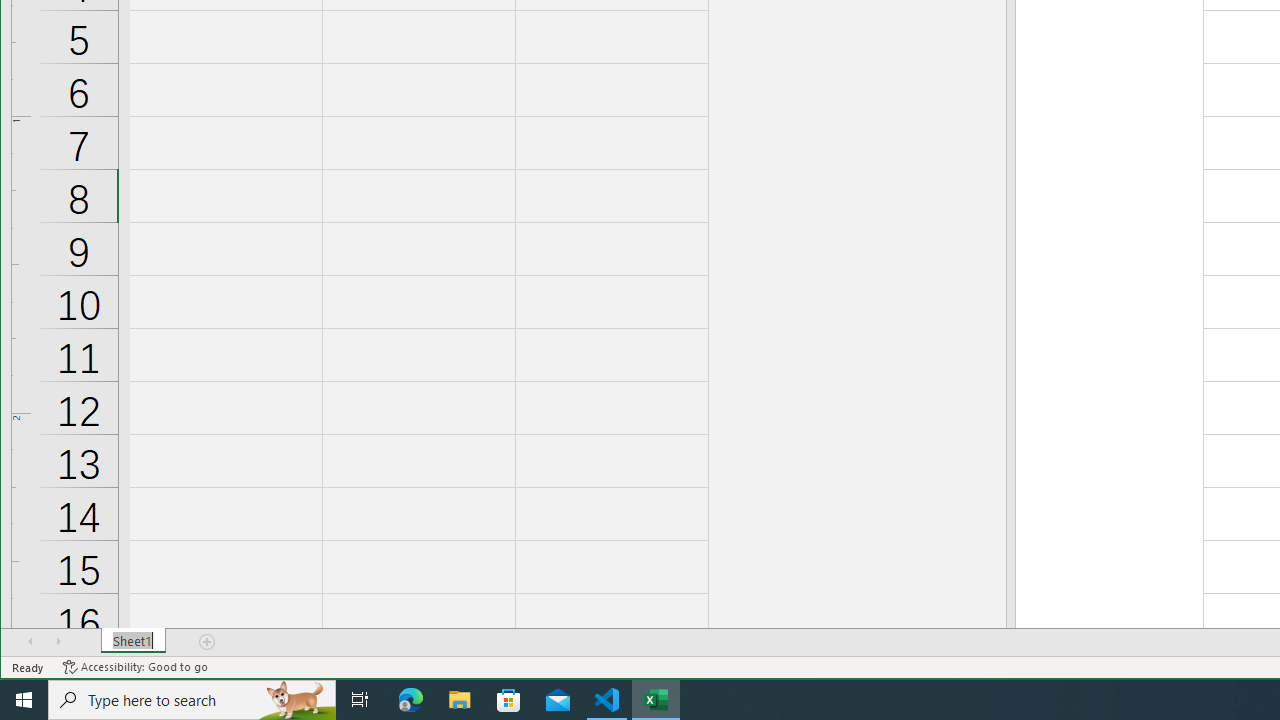  I want to click on 'Scroll Left', so click(30, 641).